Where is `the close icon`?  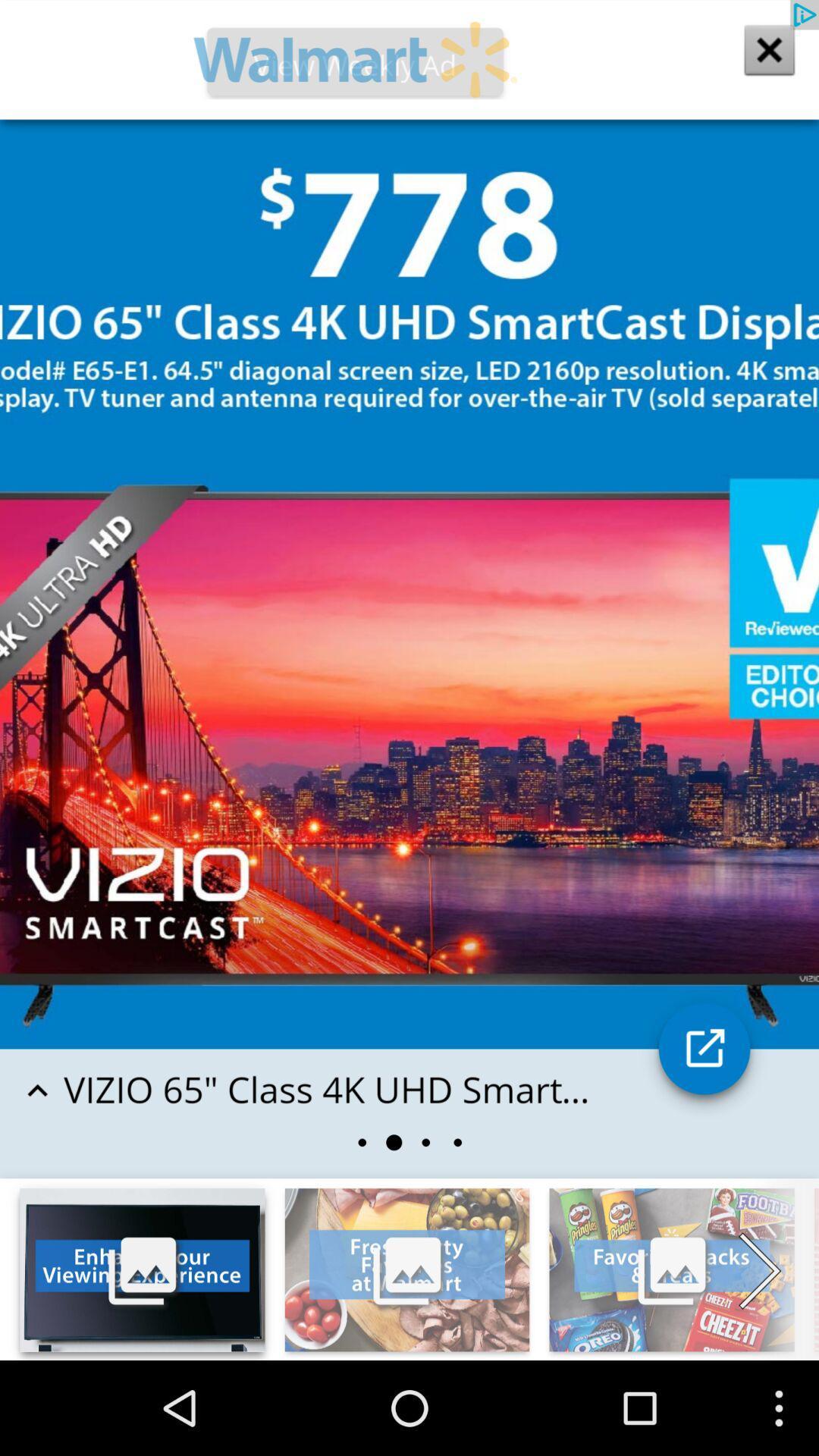
the close icon is located at coordinates (769, 53).